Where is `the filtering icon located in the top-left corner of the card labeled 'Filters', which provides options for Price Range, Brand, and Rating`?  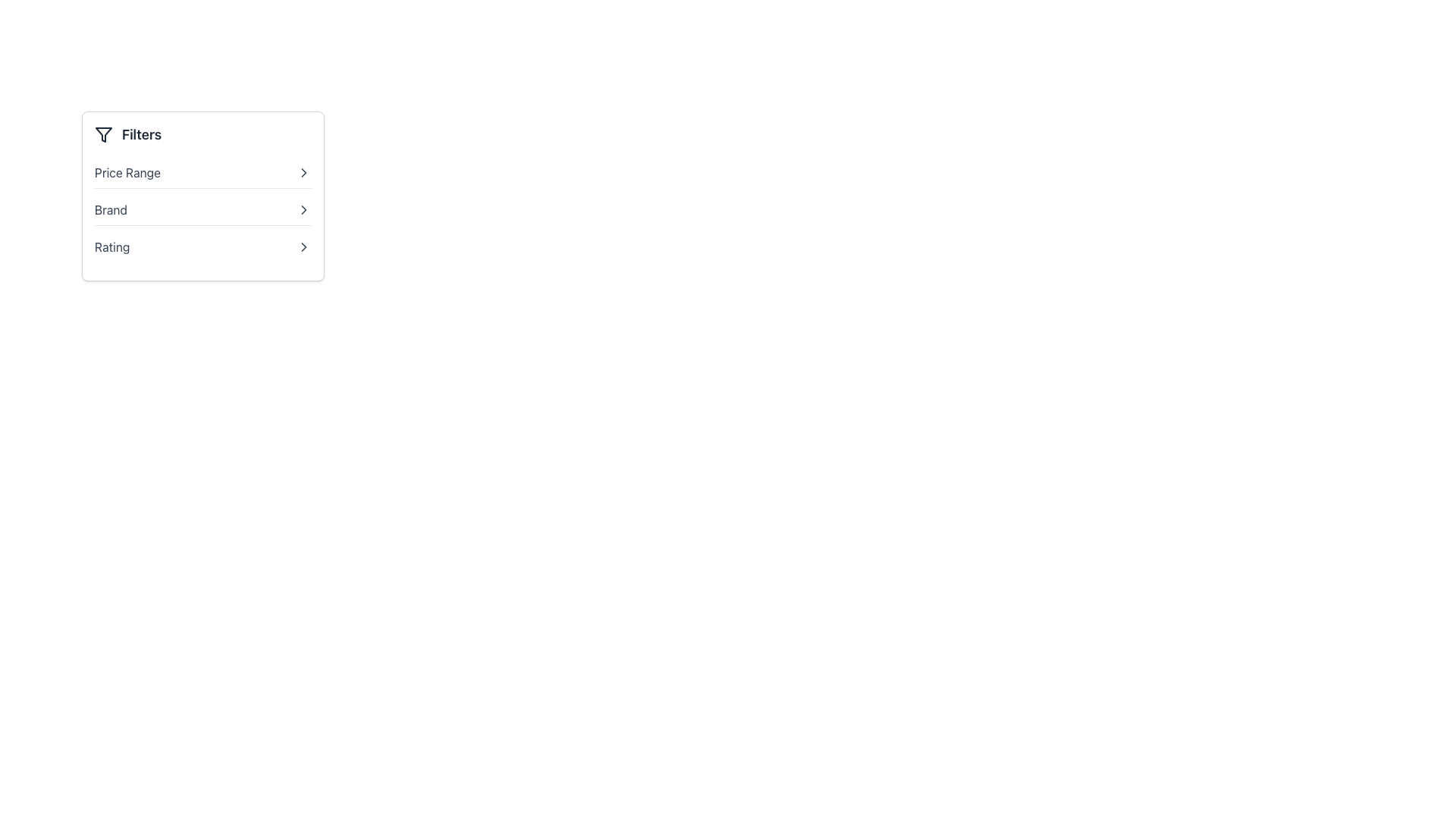
the filtering icon located in the top-left corner of the card labeled 'Filters', which provides options for Price Range, Brand, and Rating is located at coordinates (103, 133).